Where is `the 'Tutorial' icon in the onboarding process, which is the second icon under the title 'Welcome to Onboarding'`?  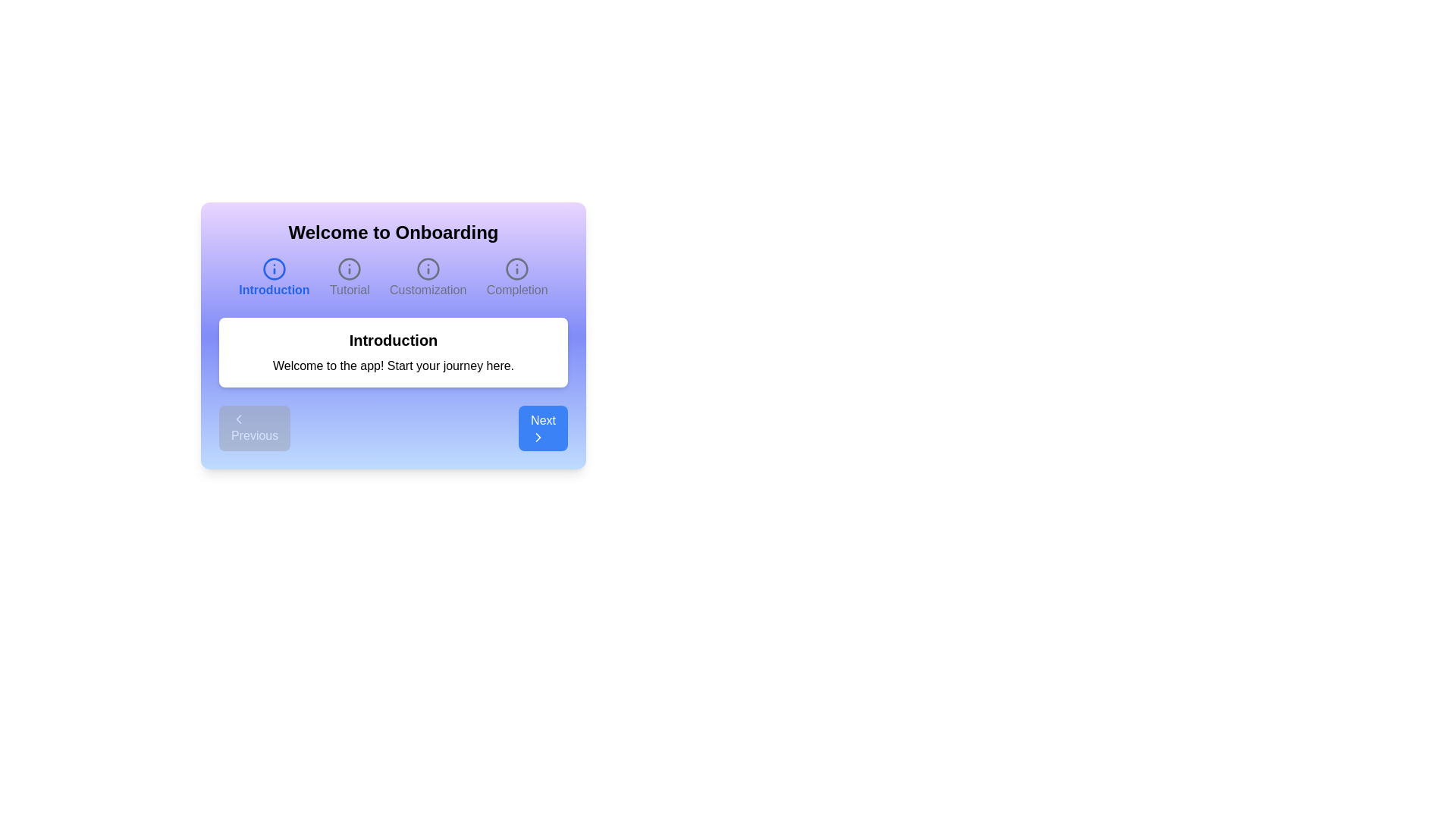 the 'Tutorial' icon in the onboarding process, which is the second icon under the title 'Welcome to Onboarding' is located at coordinates (349, 268).